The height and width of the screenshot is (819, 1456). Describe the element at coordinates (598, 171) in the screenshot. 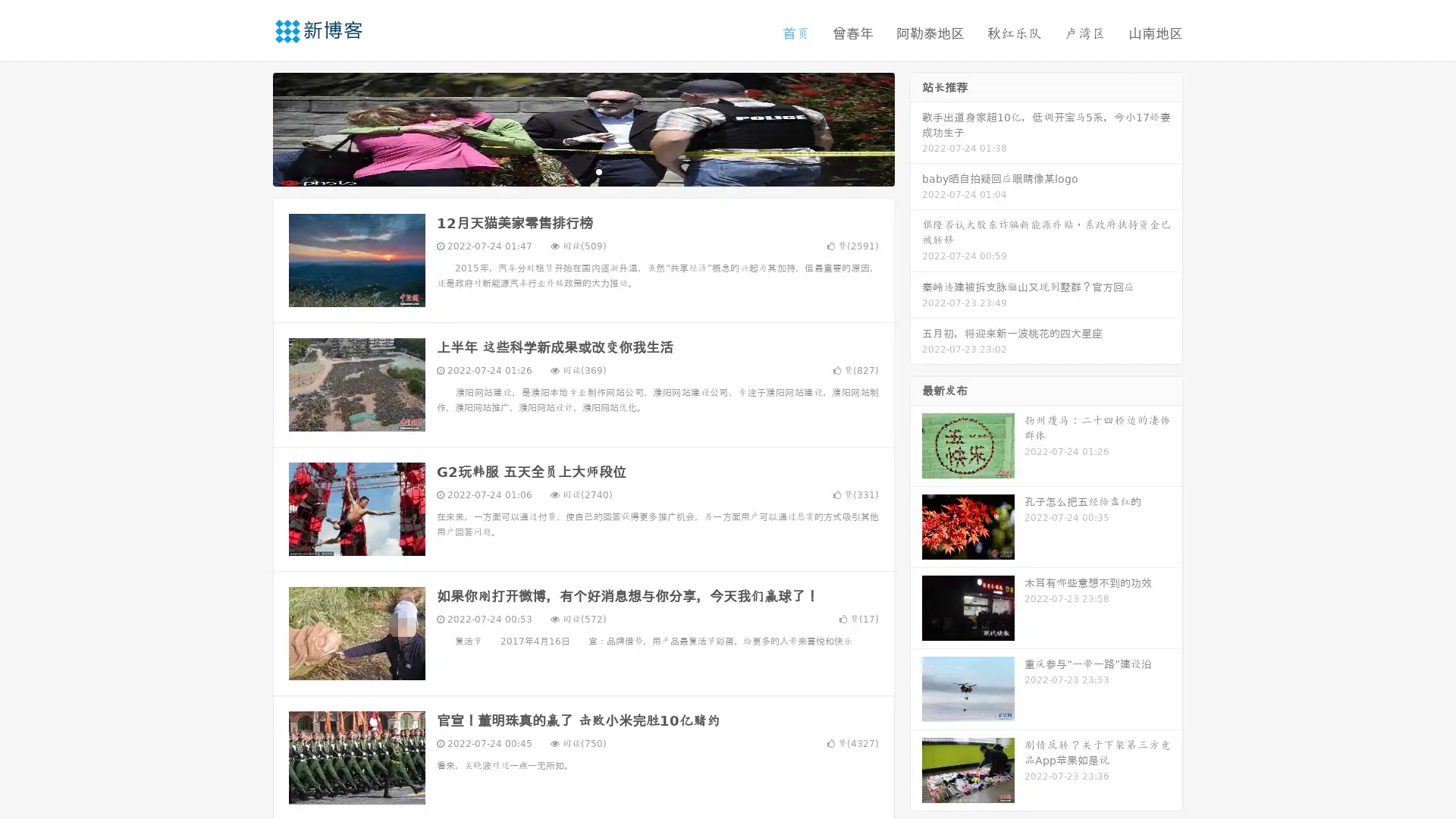

I see `Go to slide 3` at that location.